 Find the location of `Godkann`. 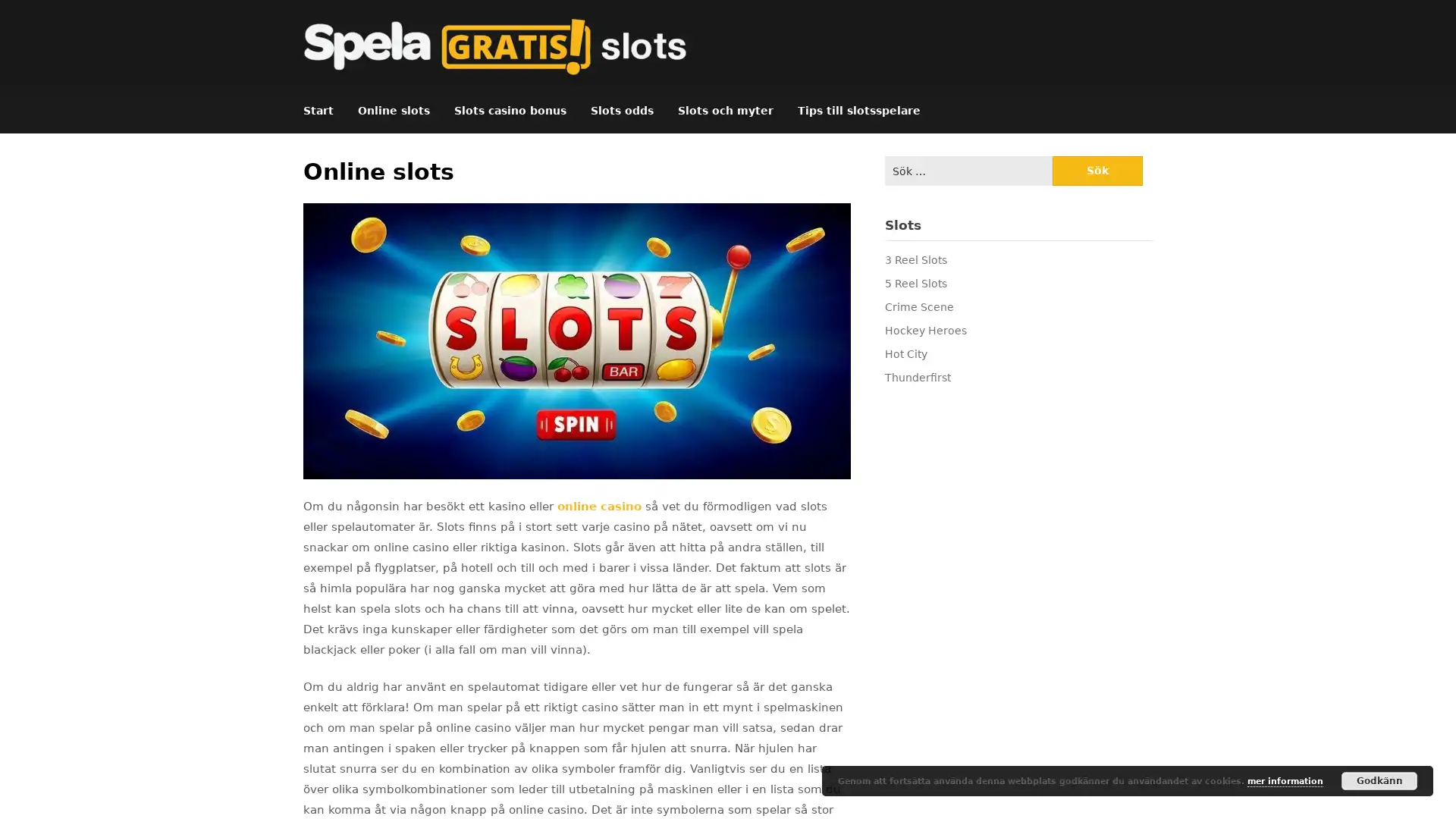

Godkann is located at coordinates (1379, 780).